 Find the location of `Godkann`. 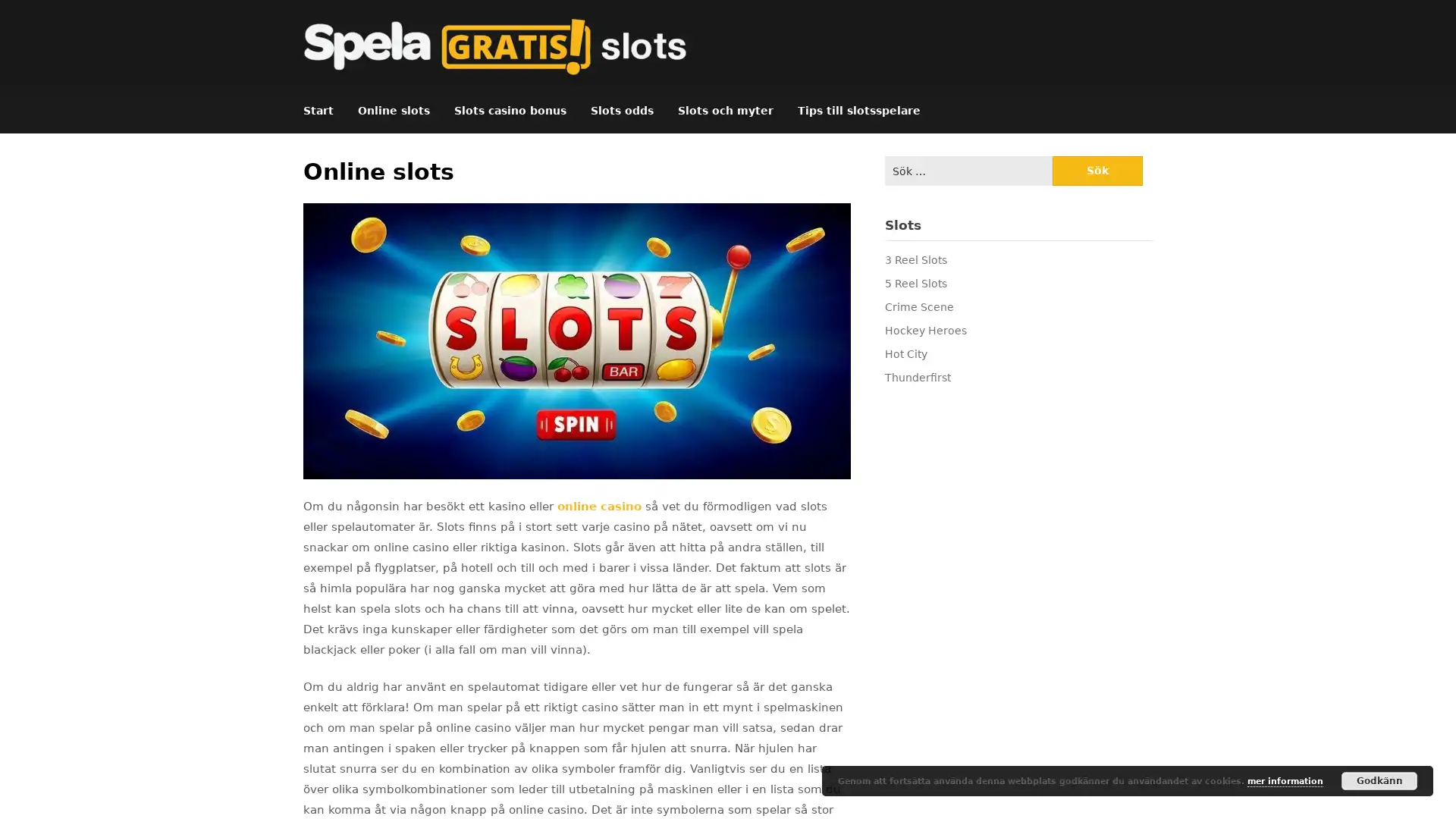

Godkann is located at coordinates (1379, 780).